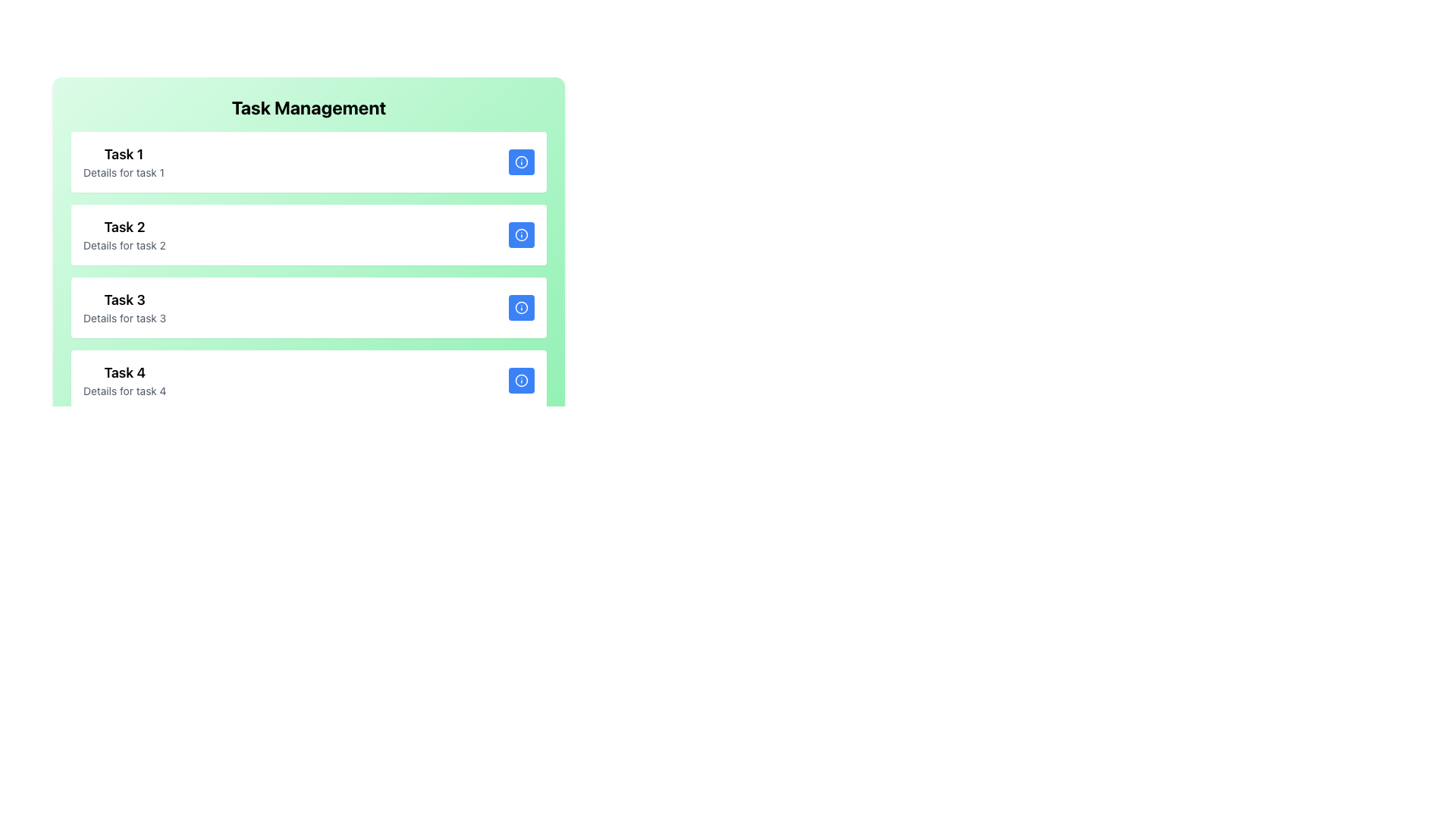  I want to click on the blue rounded-rectangle button with an informational icon, so click(521, 162).